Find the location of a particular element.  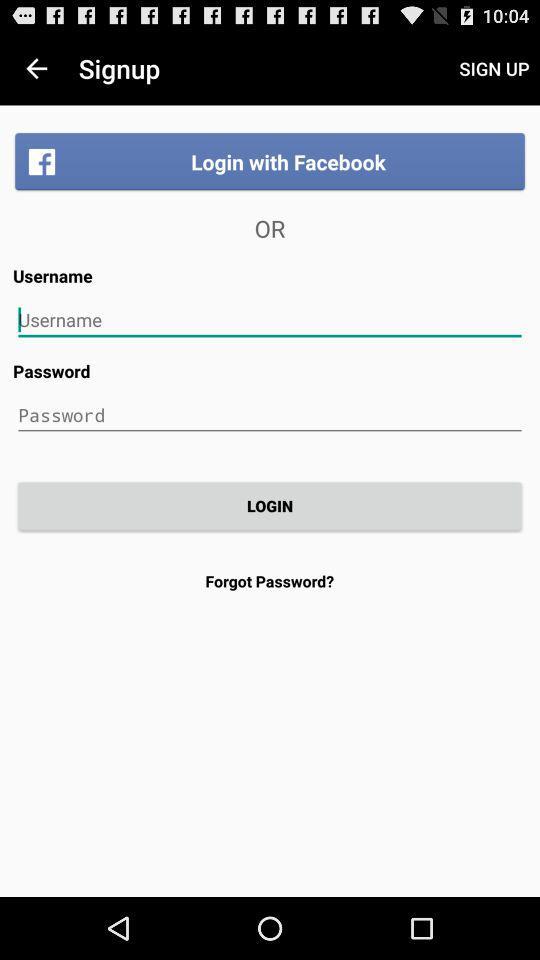

username field is located at coordinates (270, 320).